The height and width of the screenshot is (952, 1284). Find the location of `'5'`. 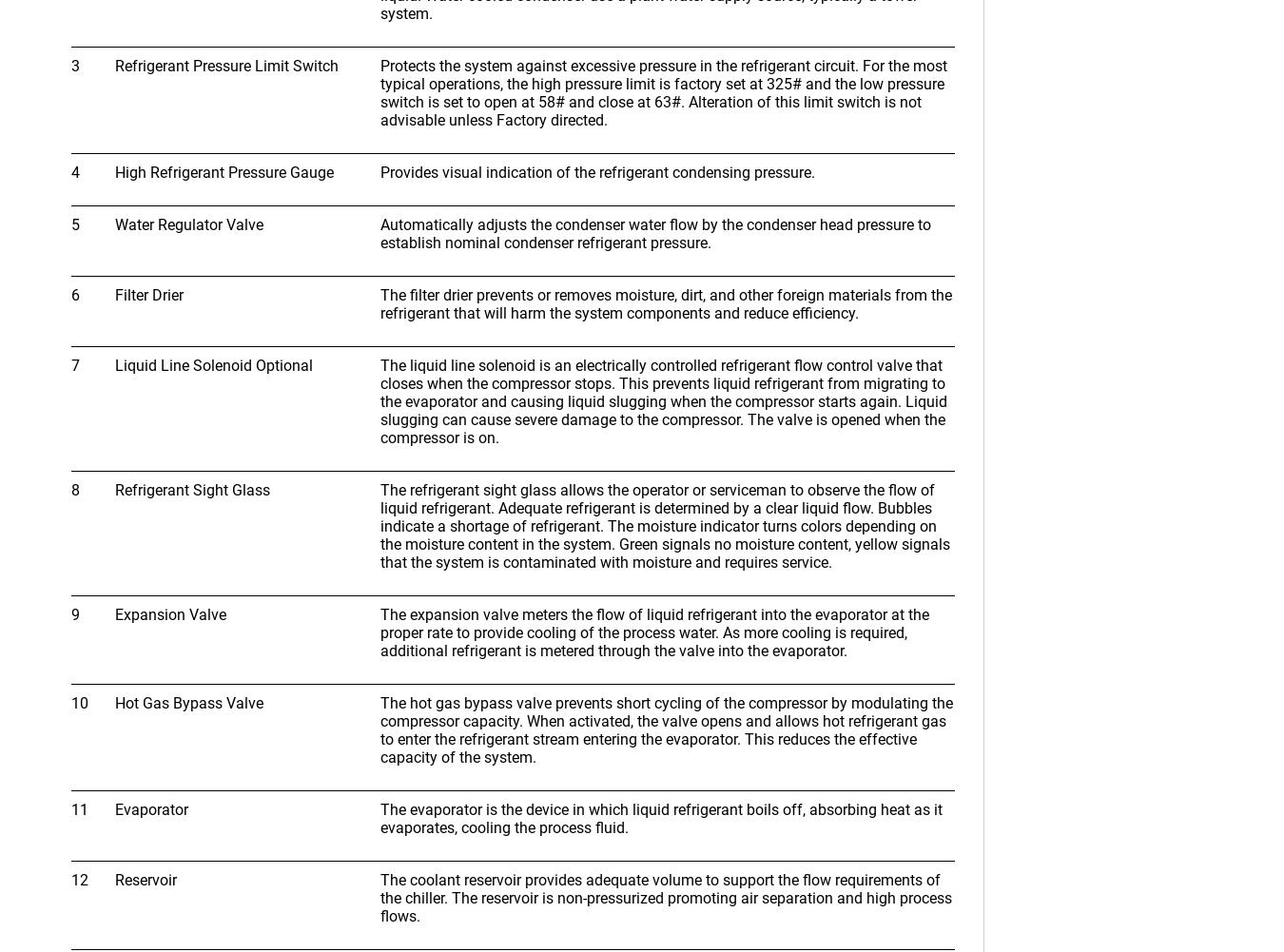

'5' is located at coordinates (74, 223).